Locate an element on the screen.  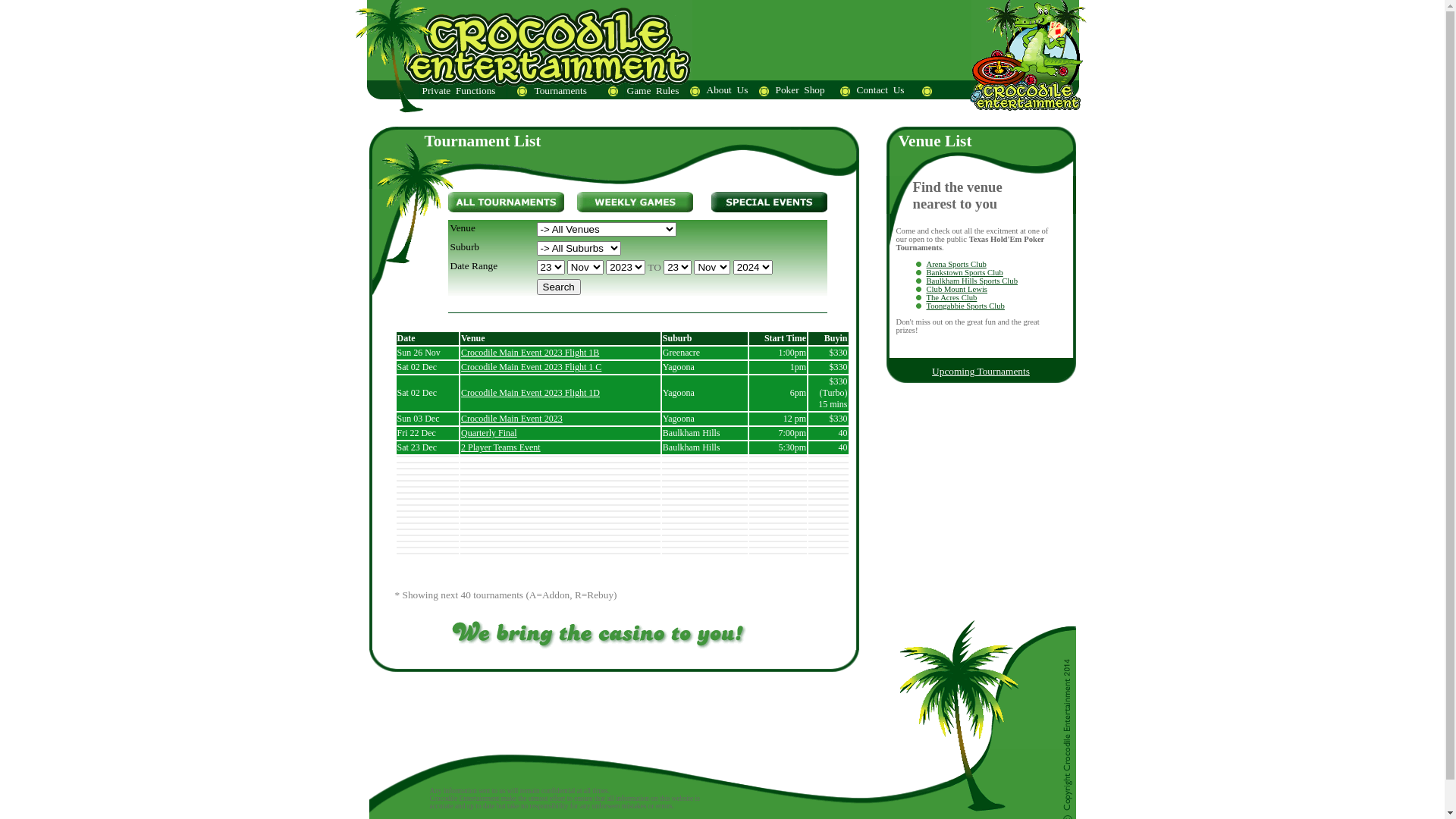
'2 Player Teams Event' is located at coordinates (500, 447).